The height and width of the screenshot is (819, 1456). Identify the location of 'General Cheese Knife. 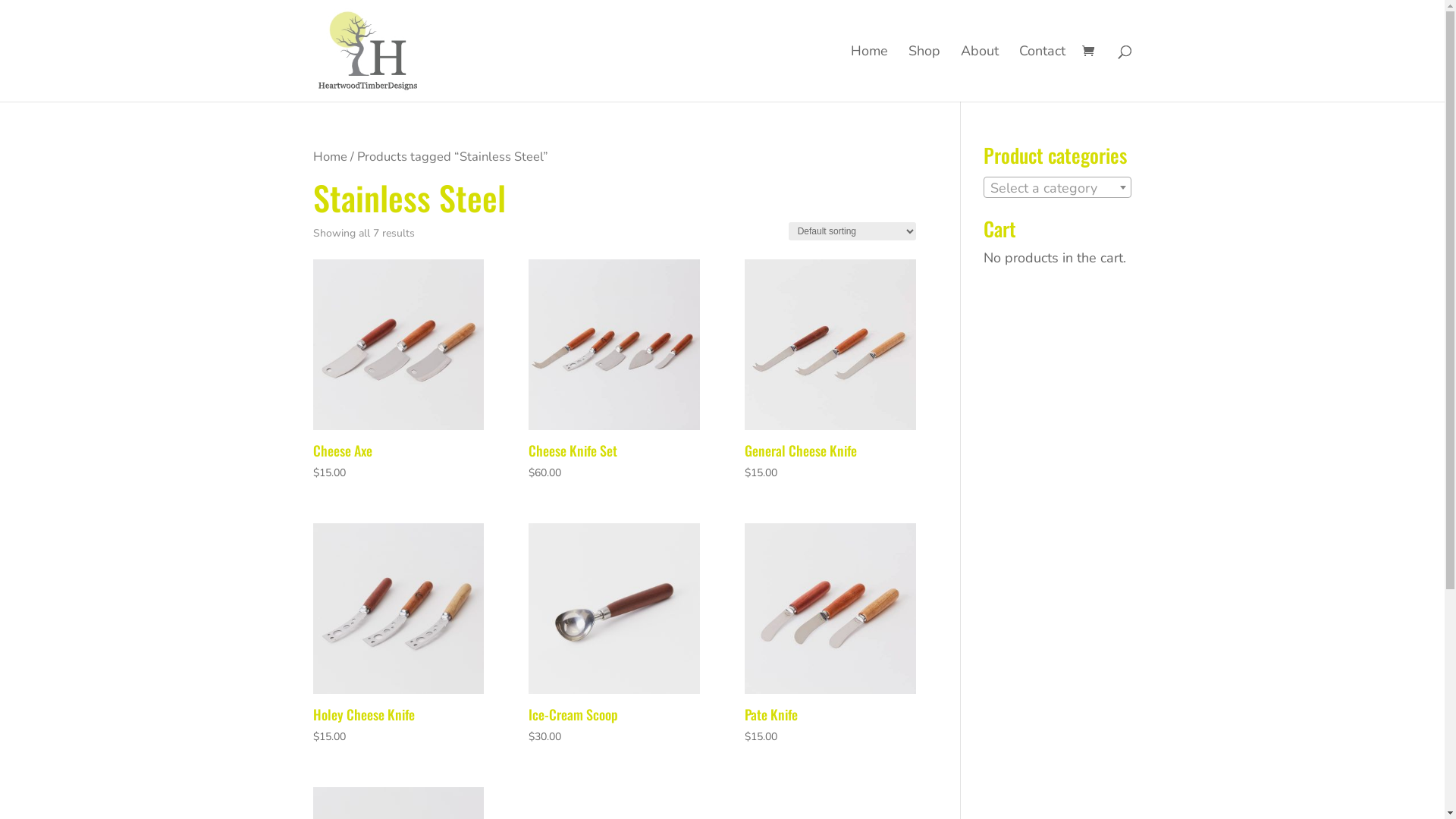
(745, 371).